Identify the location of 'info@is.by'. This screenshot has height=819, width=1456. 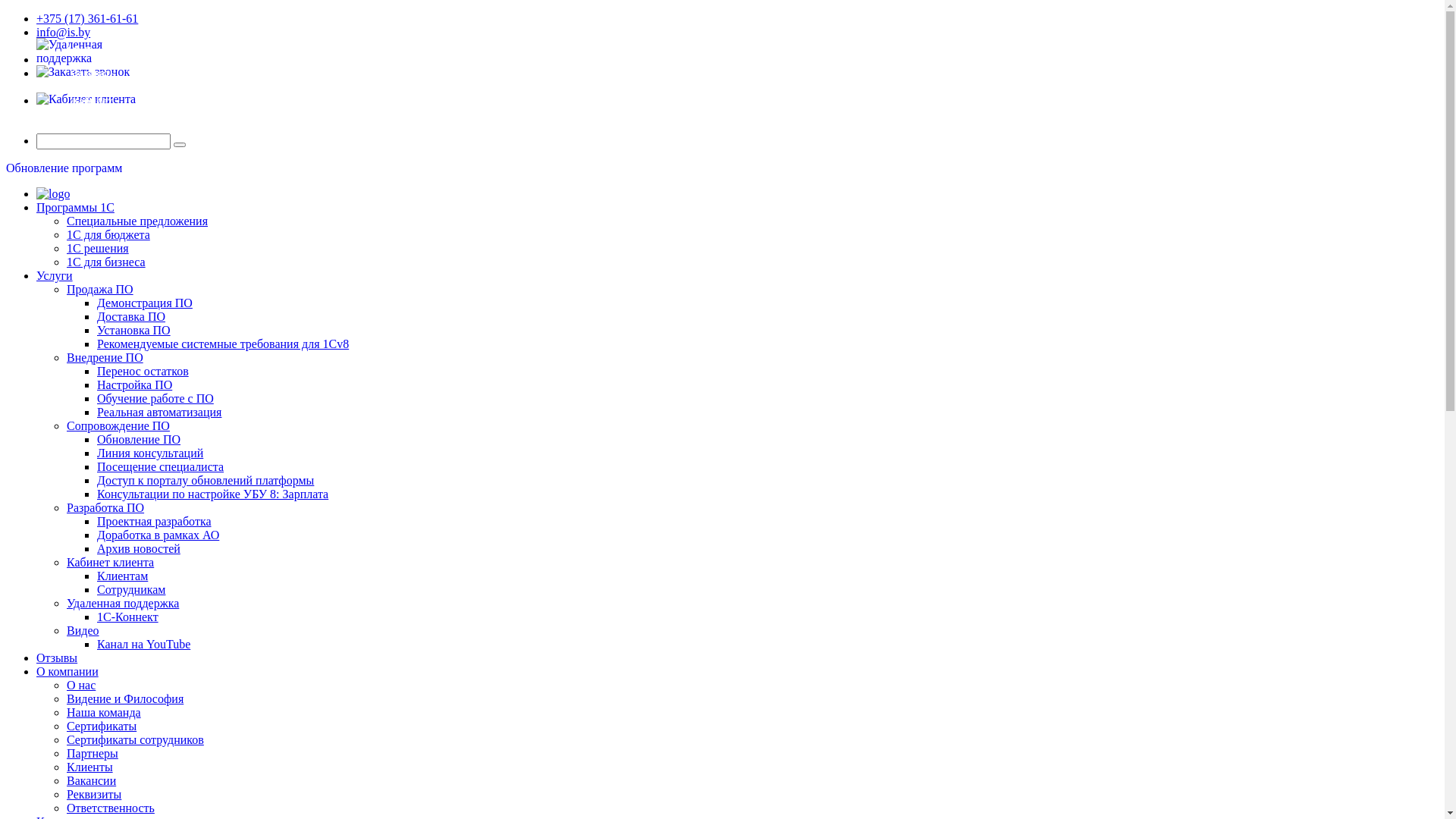
(62, 32).